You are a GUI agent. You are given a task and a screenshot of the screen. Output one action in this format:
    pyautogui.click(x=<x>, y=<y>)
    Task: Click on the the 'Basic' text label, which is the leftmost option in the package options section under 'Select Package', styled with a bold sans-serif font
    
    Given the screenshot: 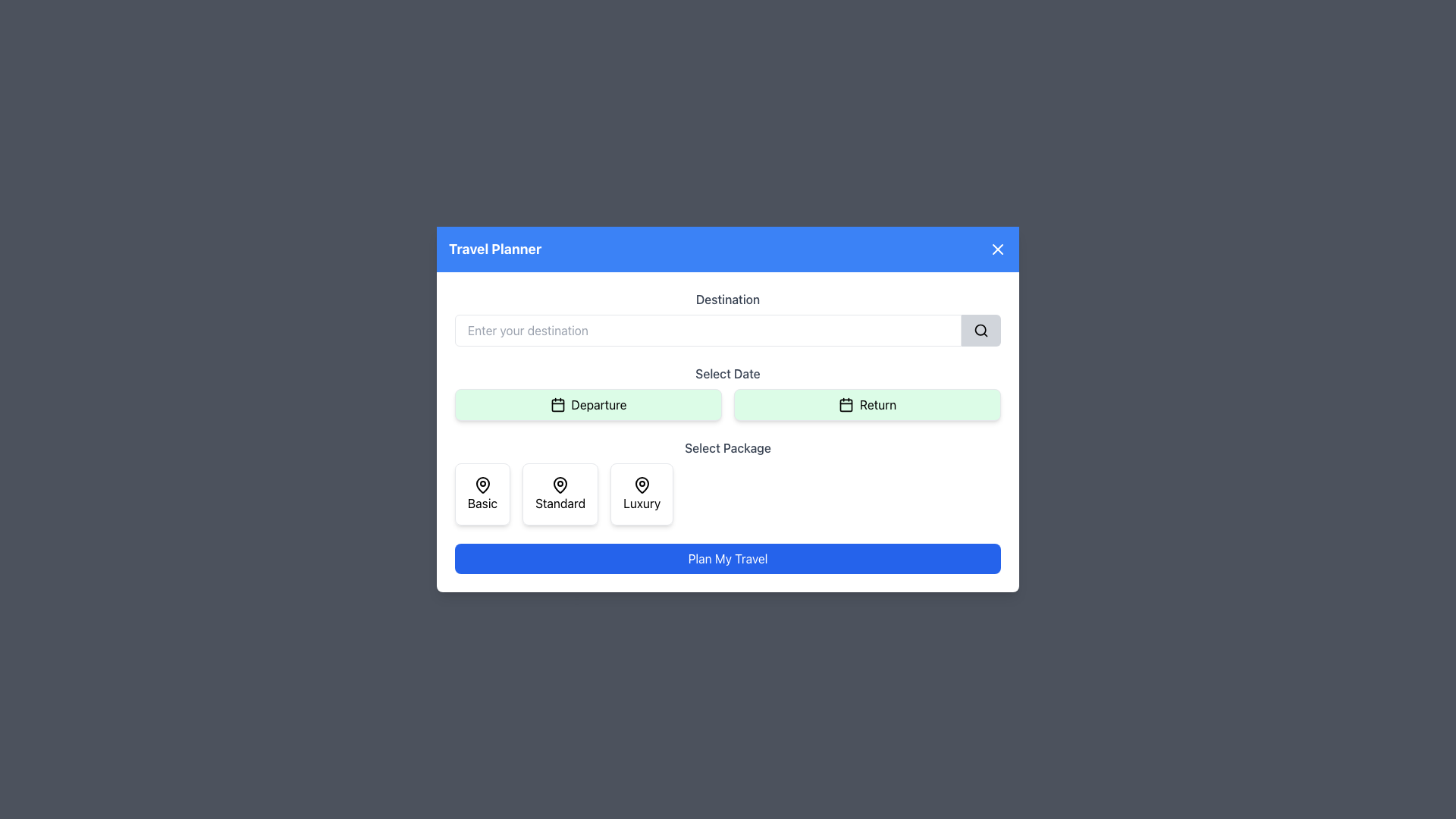 What is the action you would take?
    pyautogui.click(x=482, y=503)
    